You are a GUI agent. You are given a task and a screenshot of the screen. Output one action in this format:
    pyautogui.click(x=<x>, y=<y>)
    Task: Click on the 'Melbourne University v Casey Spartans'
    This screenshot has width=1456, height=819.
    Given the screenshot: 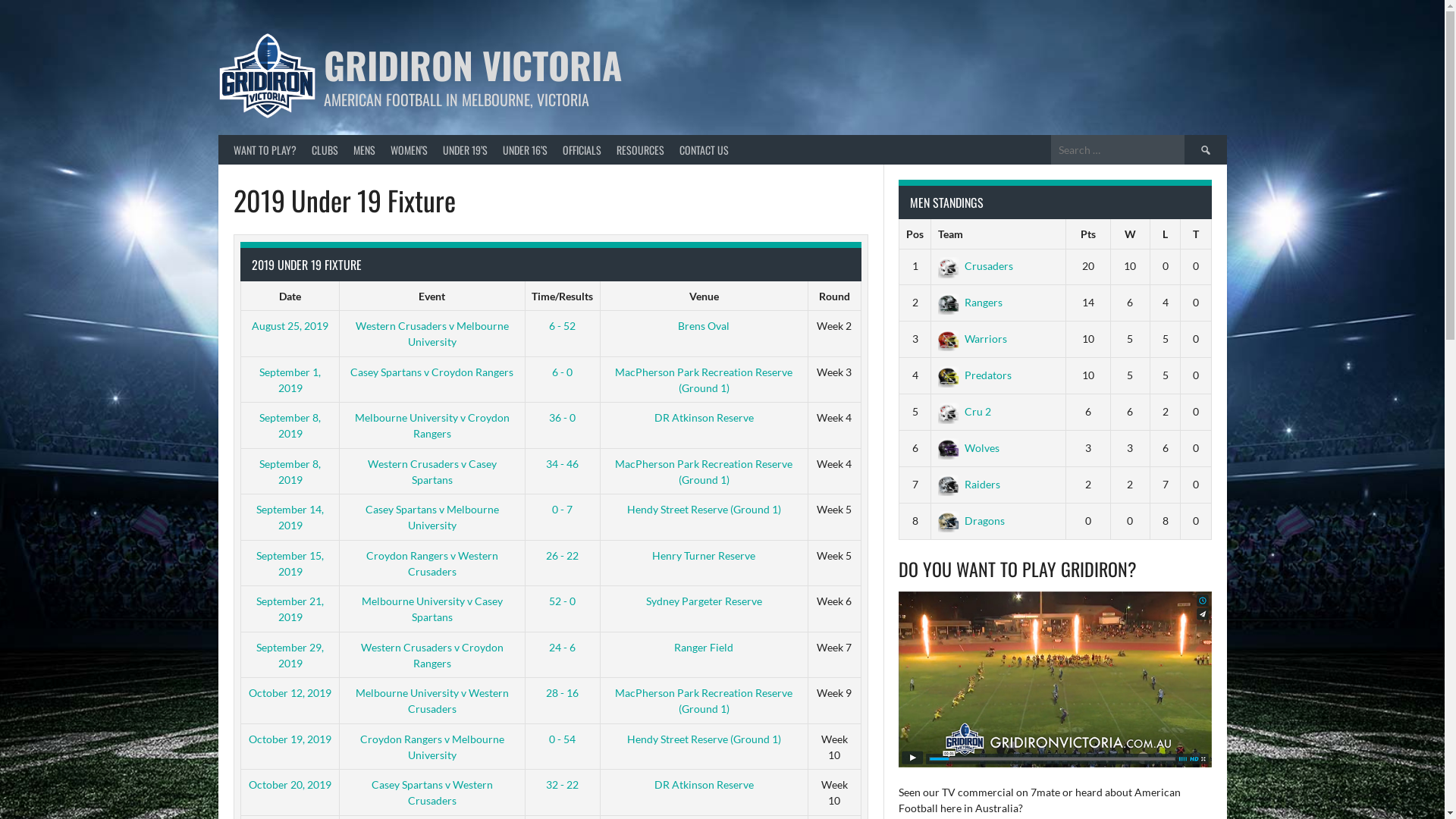 What is the action you would take?
    pyautogui.click(x=431, y=607)
    